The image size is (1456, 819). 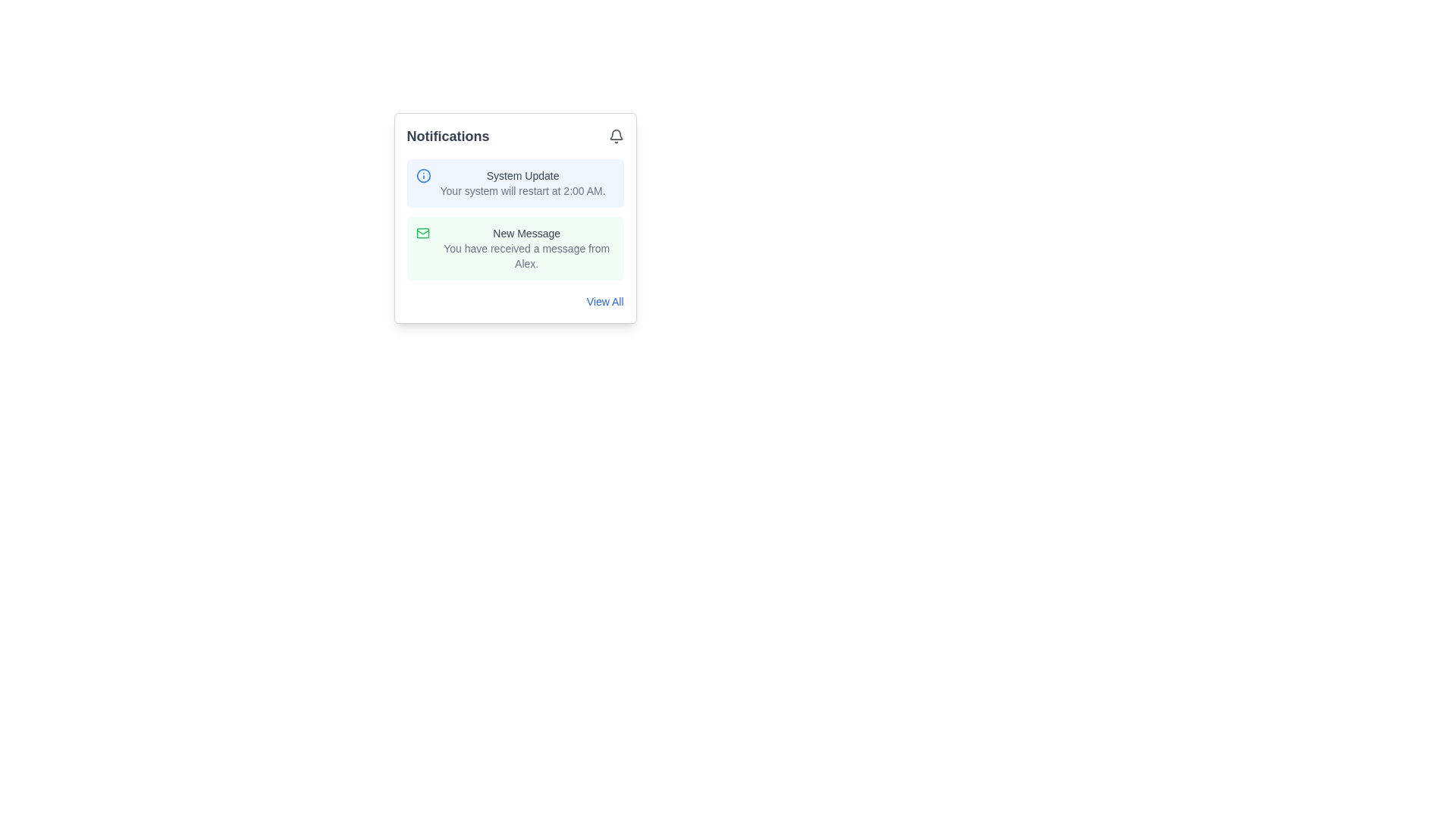 I want to click on the text label indicating the title of the notification, which is located in the second notification section under the 'Notifications' card, above the message from Alex, so click(x=526, y=234).